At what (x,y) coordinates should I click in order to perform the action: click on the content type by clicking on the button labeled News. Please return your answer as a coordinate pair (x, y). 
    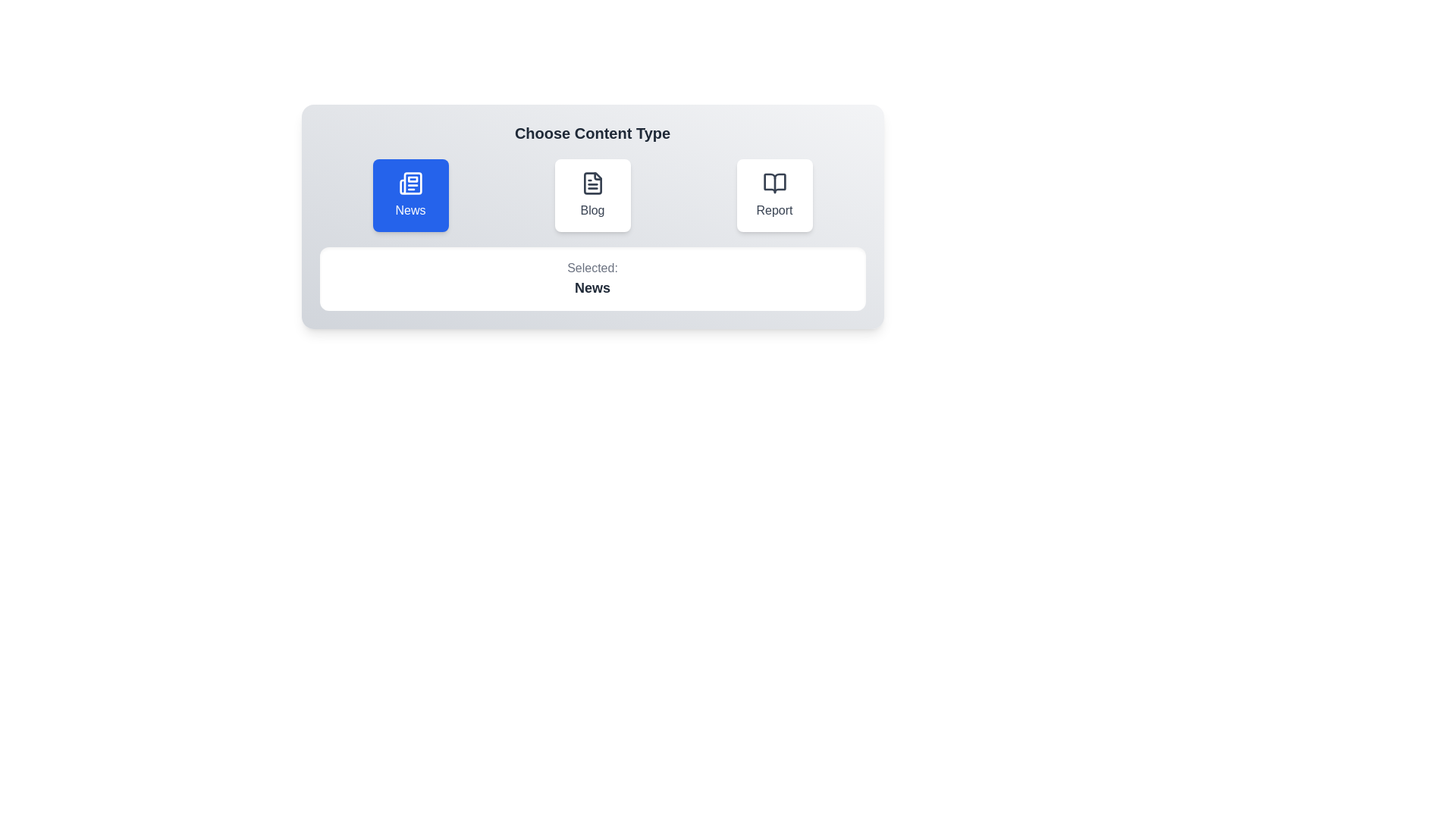
    Looking at the image, I should click on (410, 195).